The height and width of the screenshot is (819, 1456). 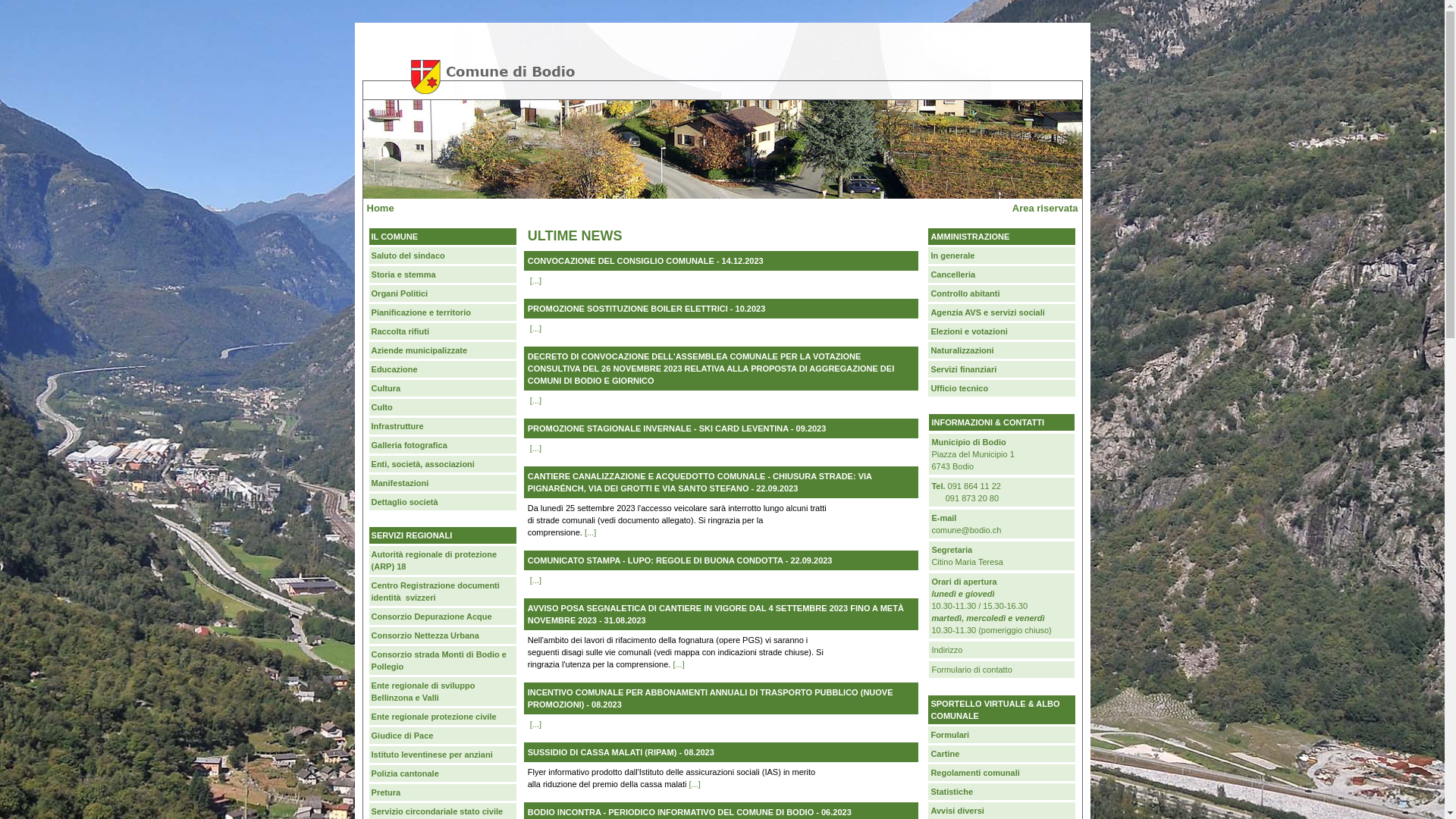 I want to click on 'Formulari', so click(x=1001, y=733).